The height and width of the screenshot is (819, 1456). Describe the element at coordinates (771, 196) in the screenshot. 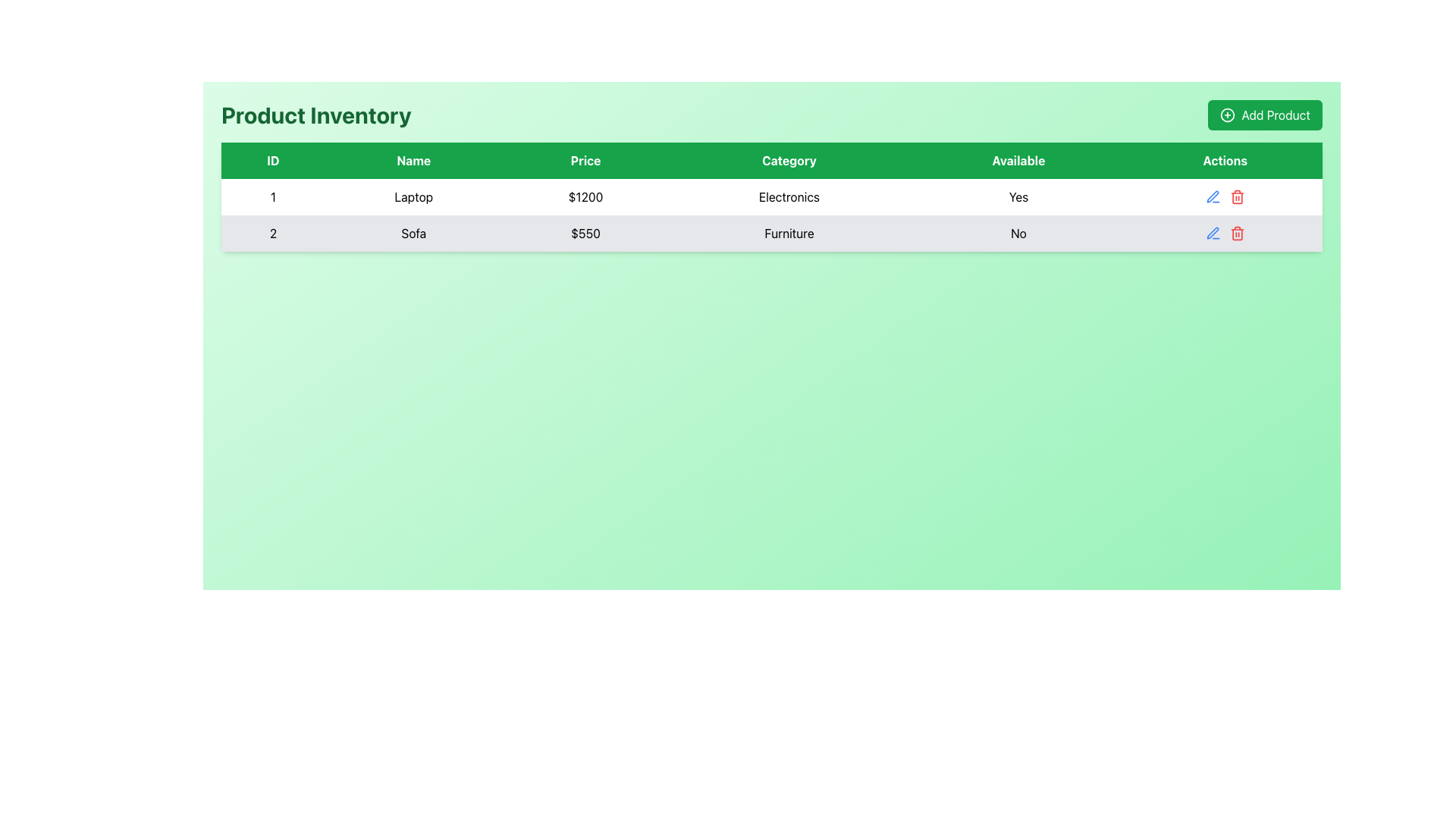

I see `the first data row` at that location.